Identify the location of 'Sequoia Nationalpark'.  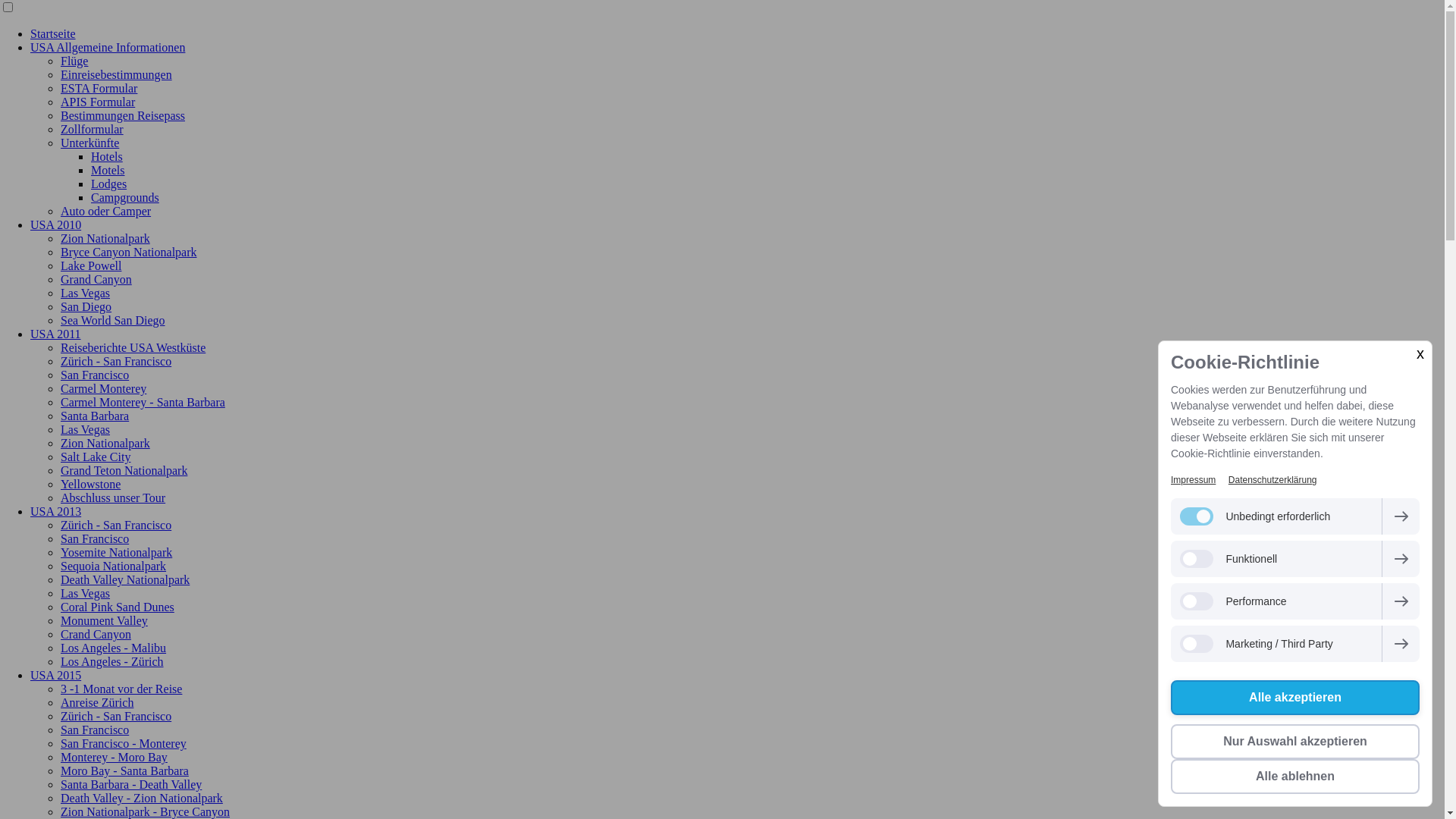
(61, 566).